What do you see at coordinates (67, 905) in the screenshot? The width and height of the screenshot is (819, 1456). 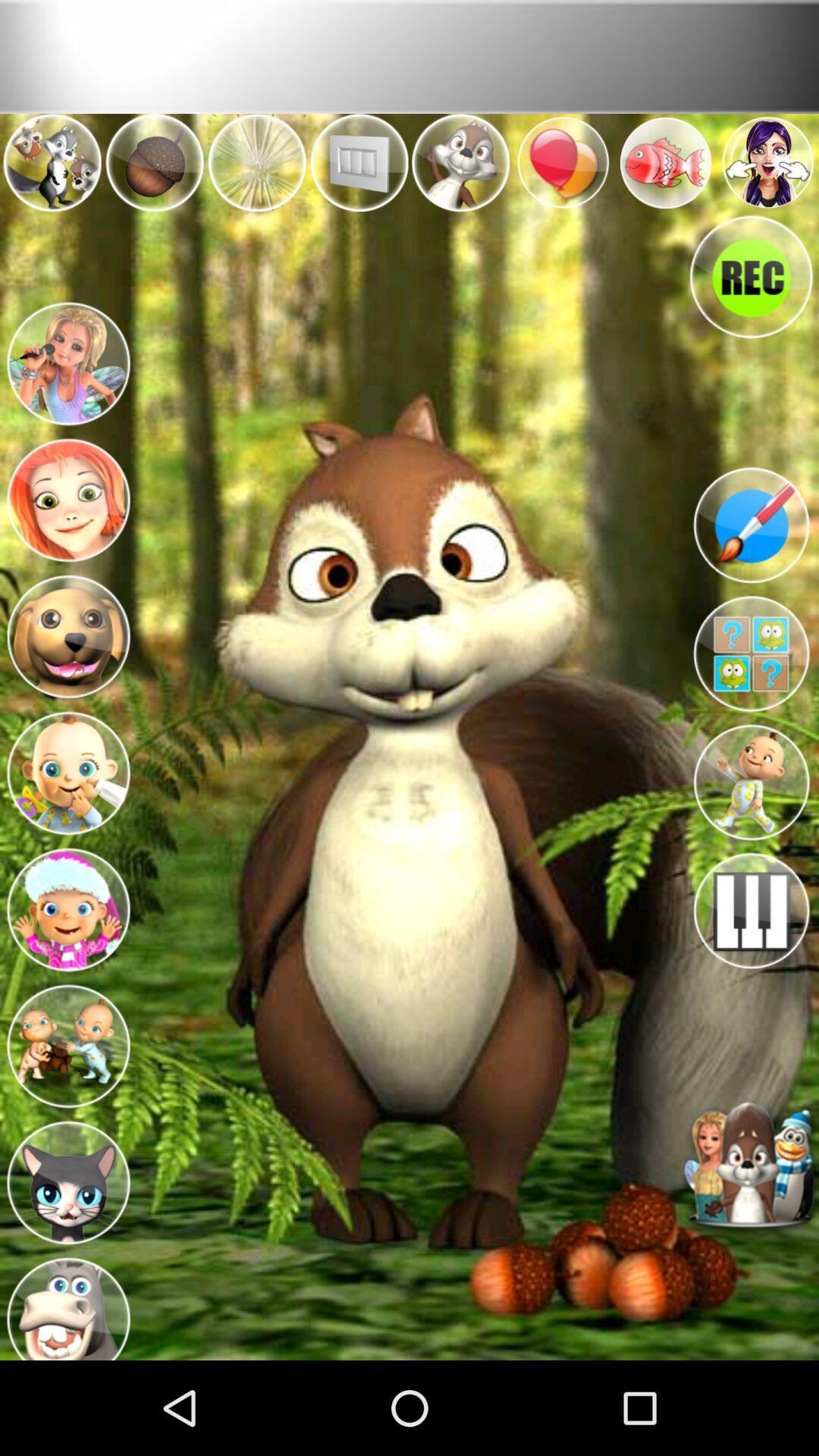 I see `character` at bounding box center [67, 905].